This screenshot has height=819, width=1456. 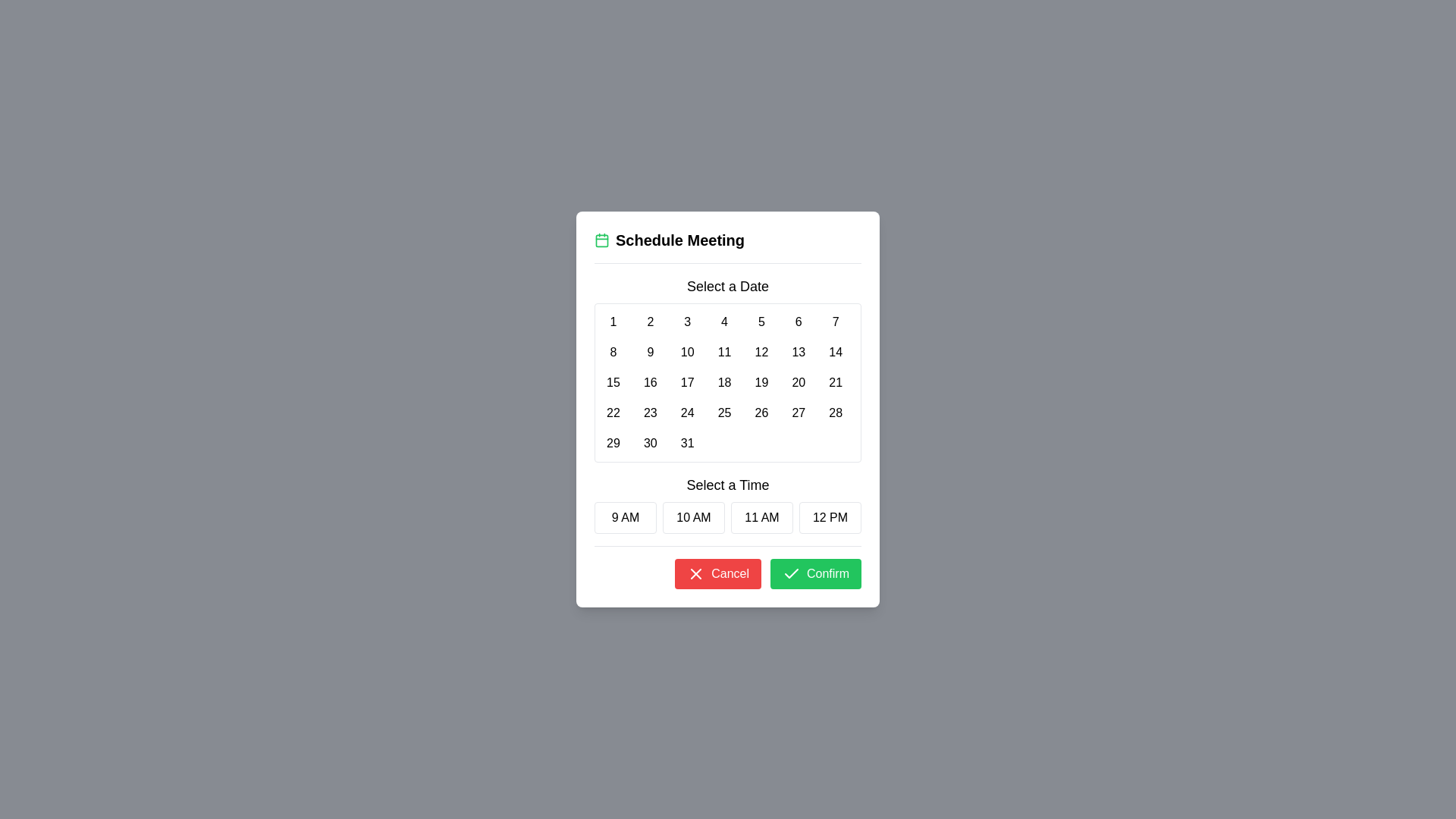 What do you see at coordinates (761, 353) in the screenshot?
I see `the rounded button containing the text '12' located in the second row and fifth column of the date options grid to observe its hover effects` at bounding box center [761, 353].